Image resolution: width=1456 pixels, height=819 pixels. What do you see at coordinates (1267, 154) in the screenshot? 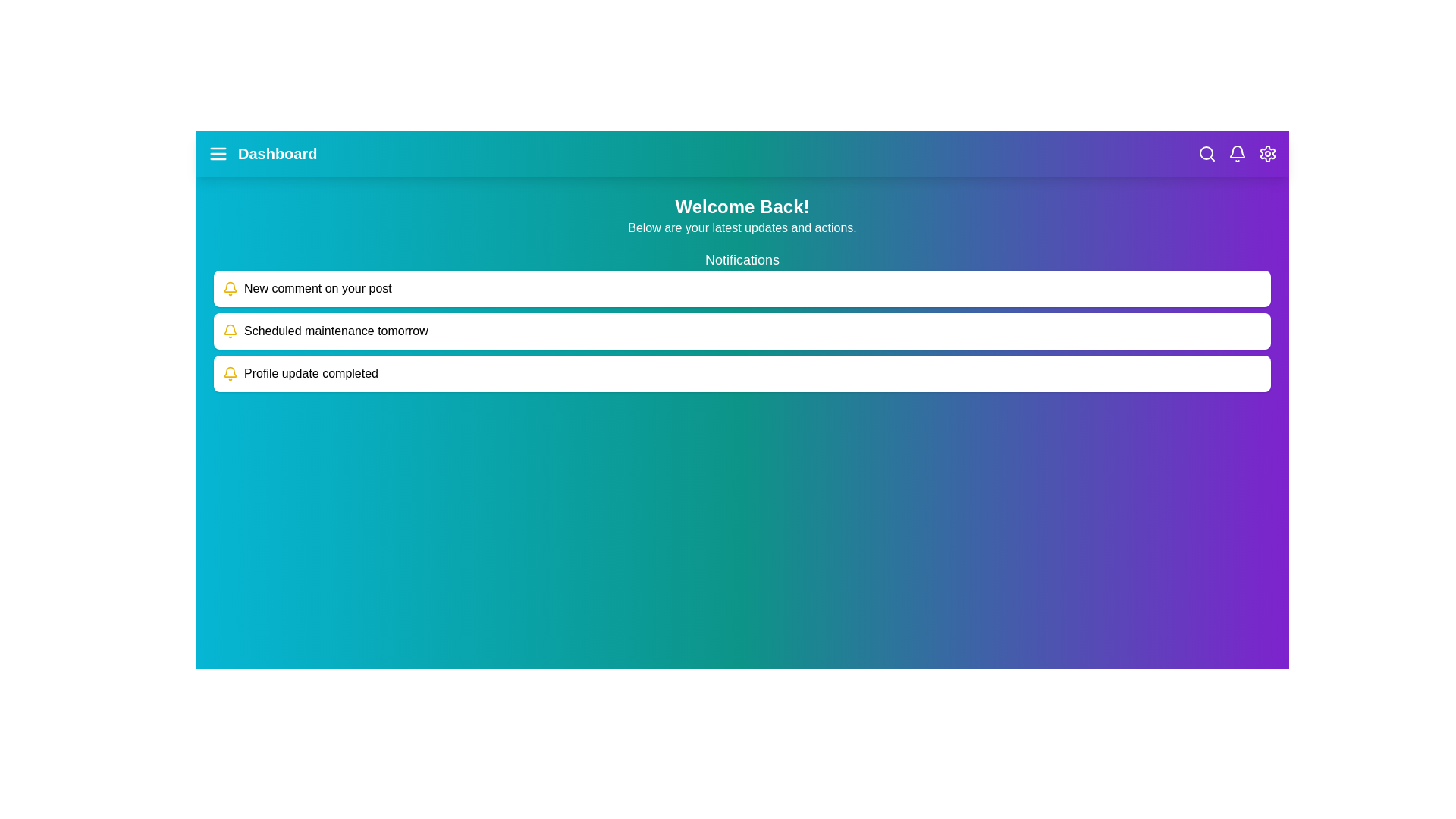
I see `the settings icon to open the settings menu` at bounding box center [1267, 154].